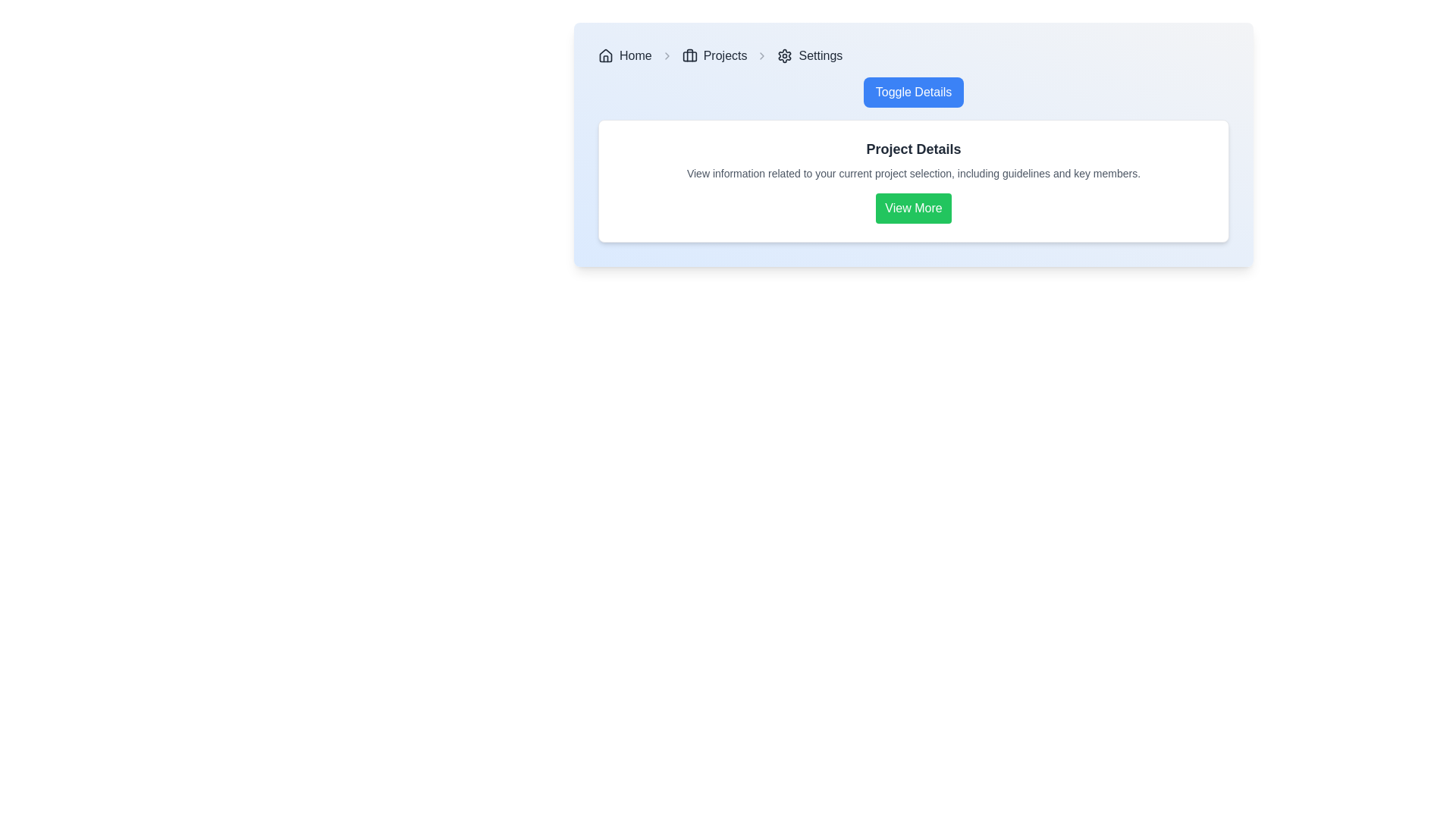 This screenshot has width=1456, height=819. I want to click on the text label displaying 'Projects', which is styled with medium font weight and is part of the breadcrumb navigation bar, located to the right of a briefcase icon, so click(724, 55).